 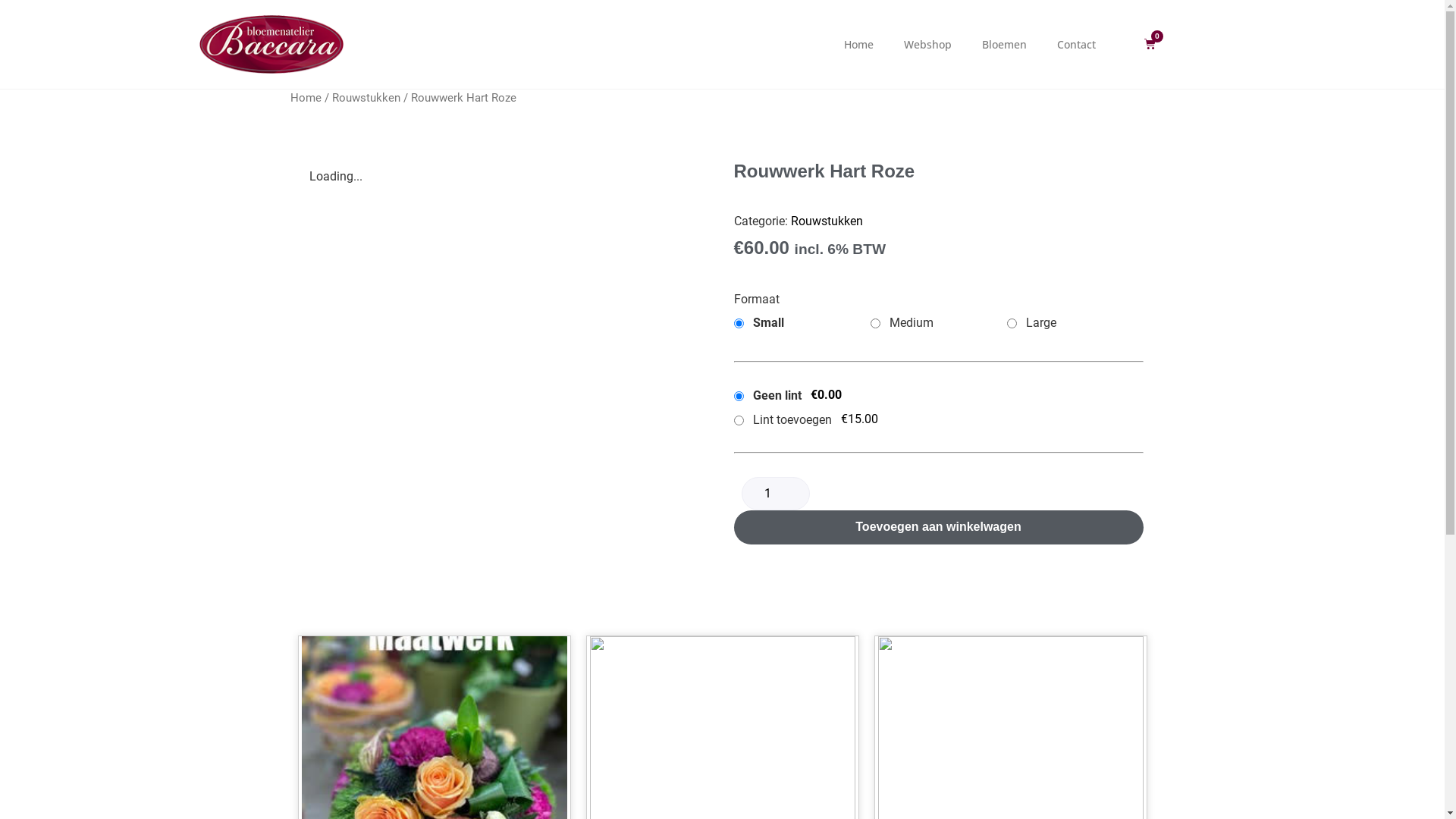 I want to click on 'Webshop', so click(x=927, y=43).